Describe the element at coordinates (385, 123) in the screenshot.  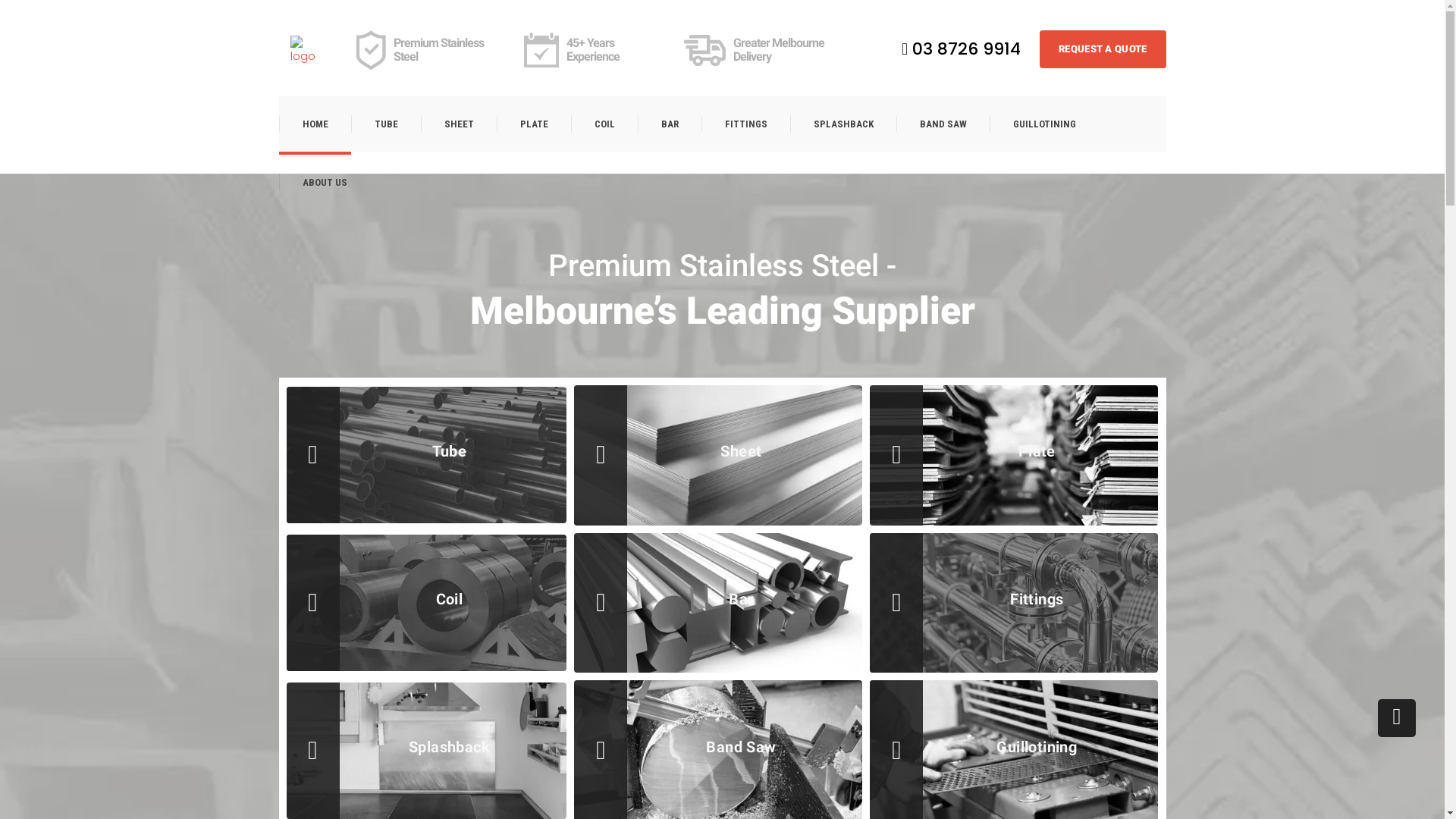
I see `'TUBE'` at that location.